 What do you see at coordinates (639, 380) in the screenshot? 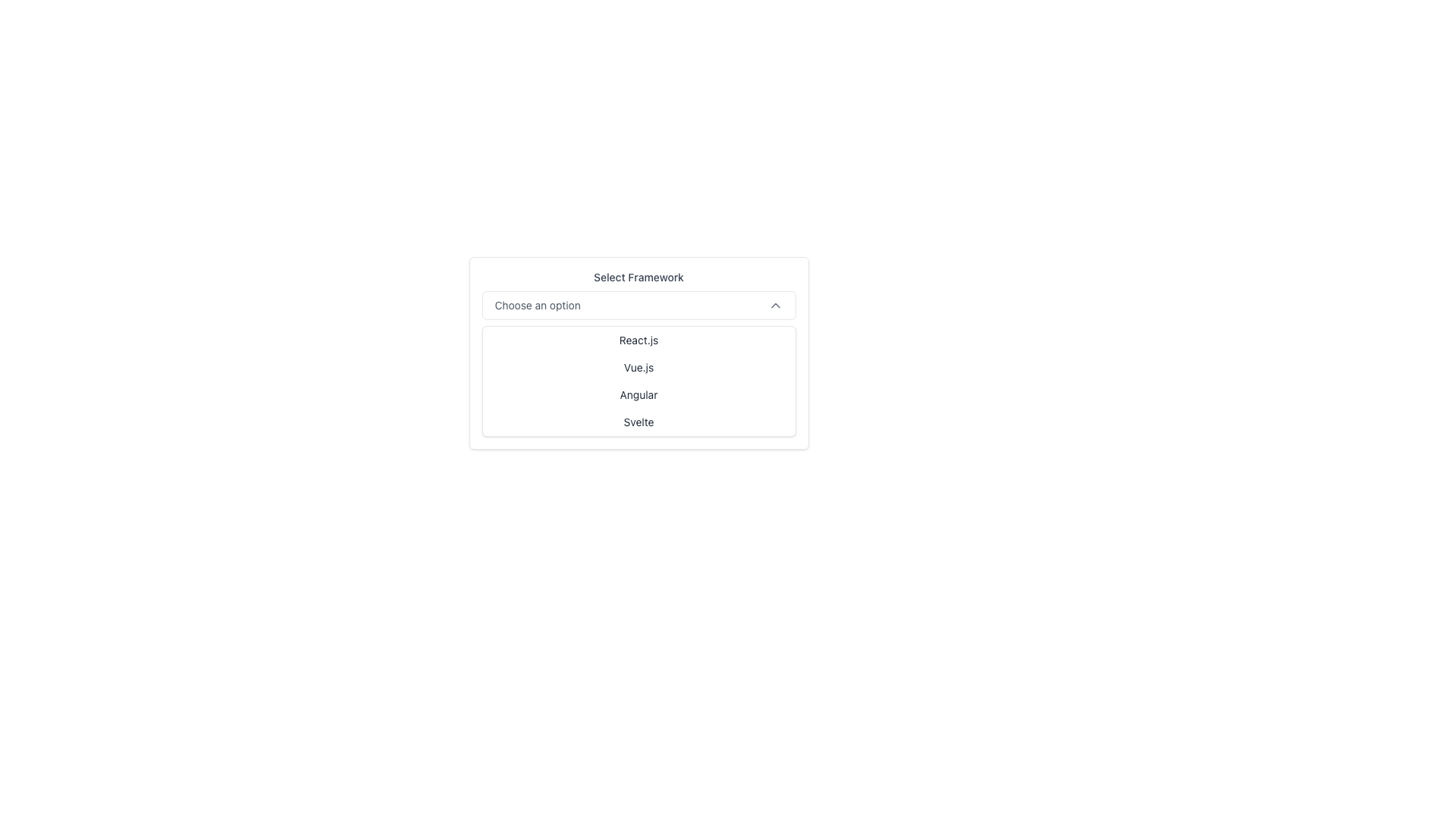
I see `the Dropdown menu located below 'Choose an option'` at bounding box center [639, 380].